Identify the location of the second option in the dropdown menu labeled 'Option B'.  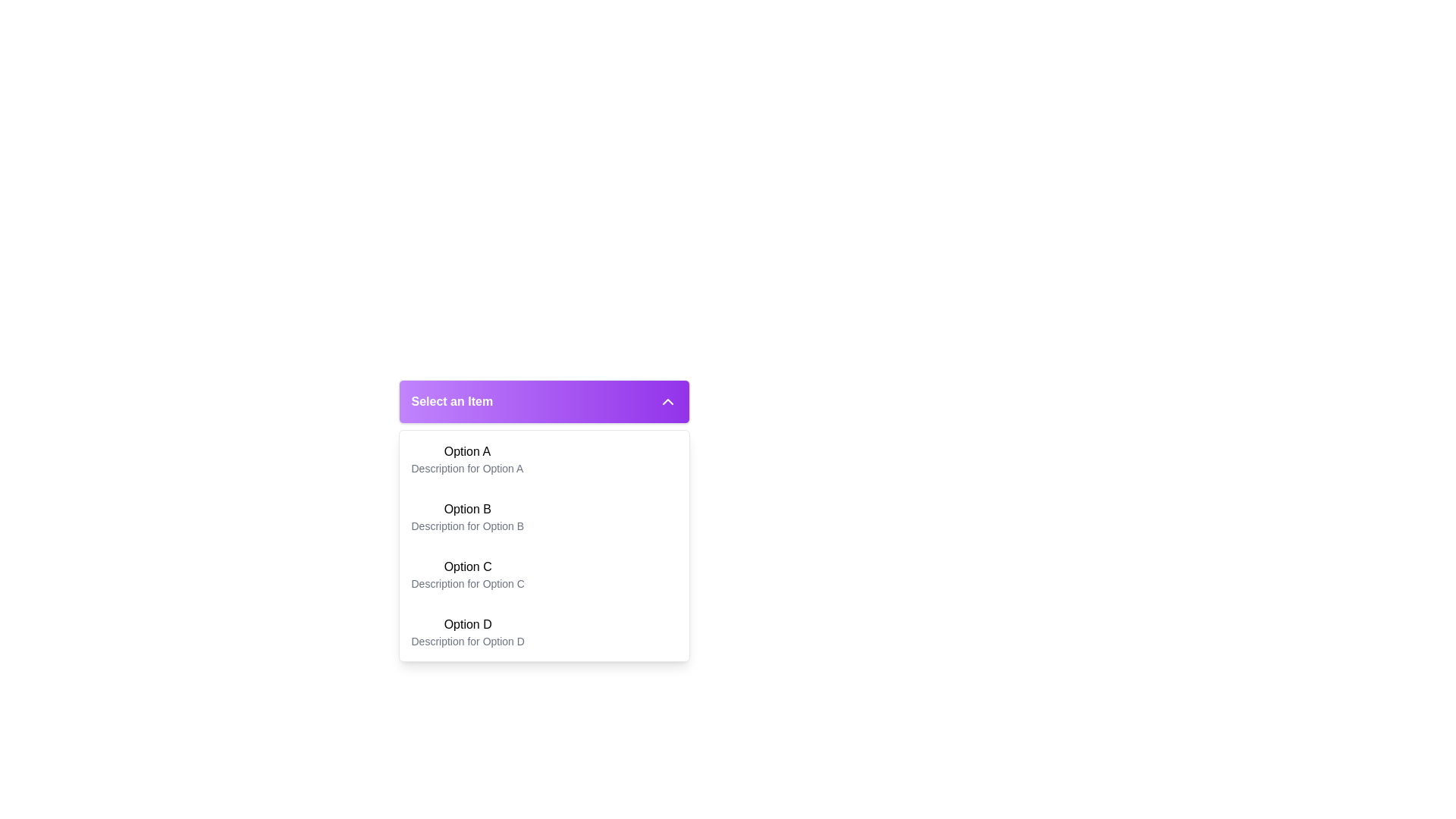
(466, 516).